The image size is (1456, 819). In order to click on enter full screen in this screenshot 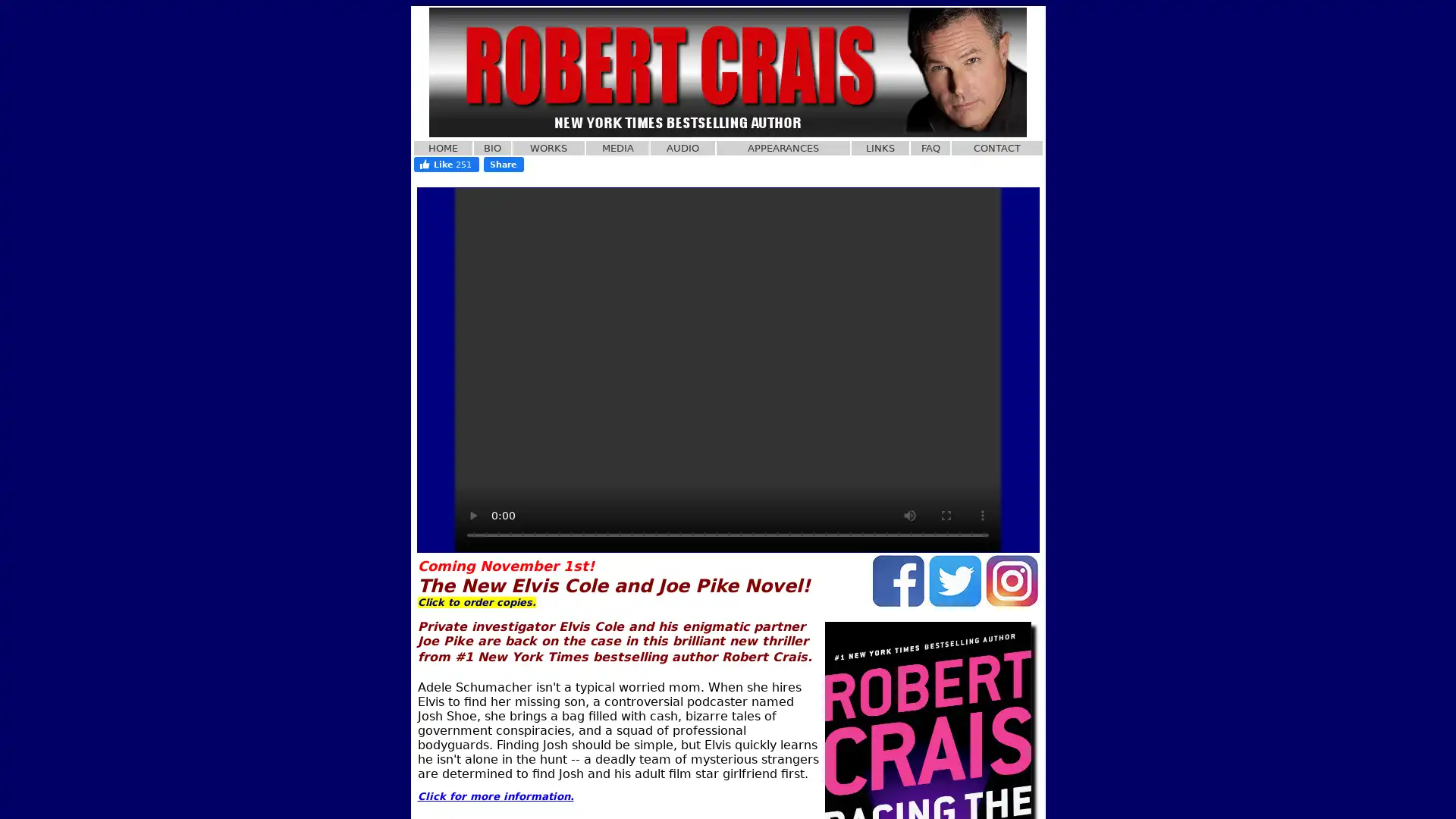, I will do `click(946, 514)`.